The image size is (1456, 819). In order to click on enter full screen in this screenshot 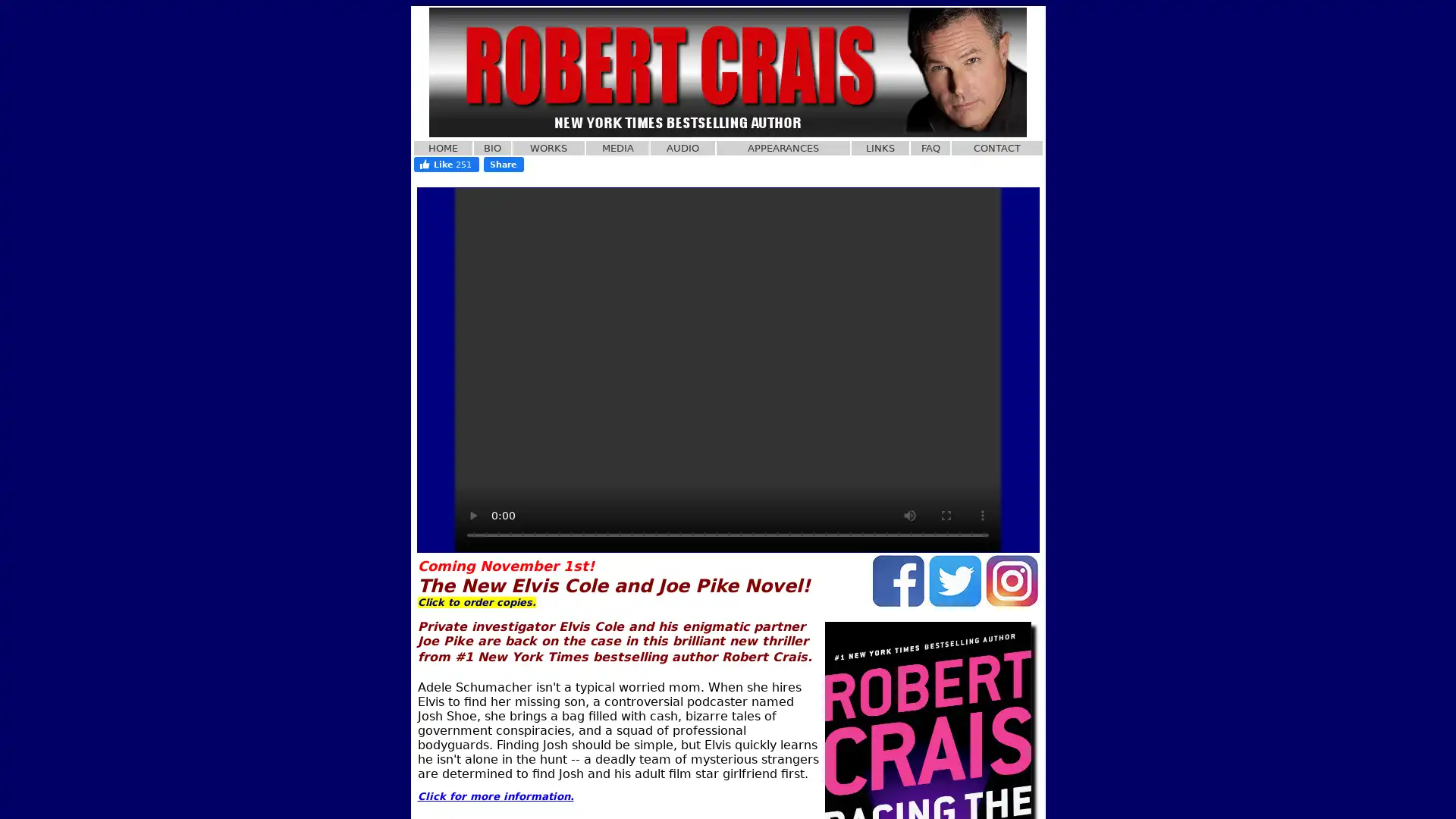, I will do `click(946, 514)`.